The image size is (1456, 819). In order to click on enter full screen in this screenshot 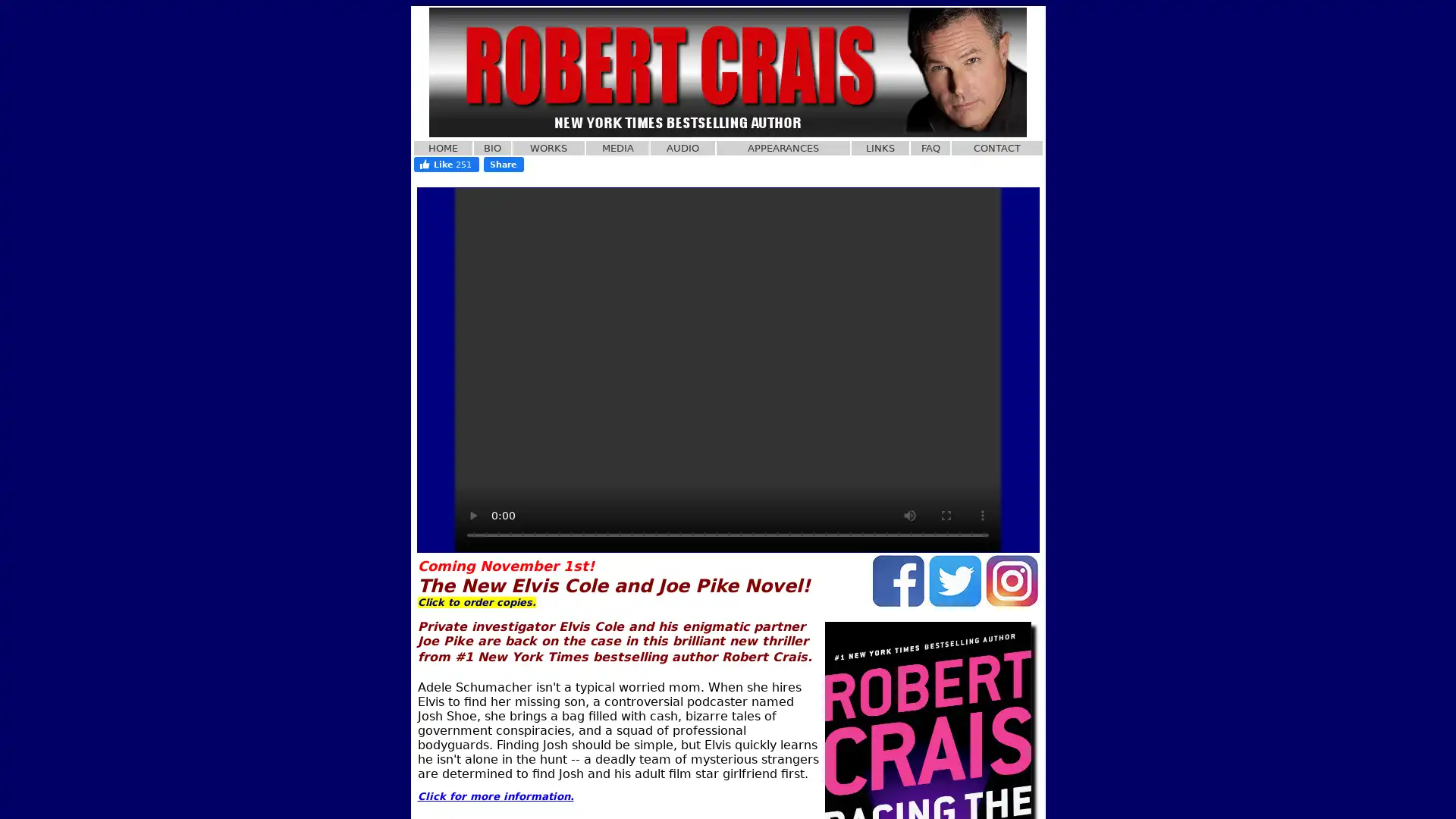, I will do `click(946, 514)`.